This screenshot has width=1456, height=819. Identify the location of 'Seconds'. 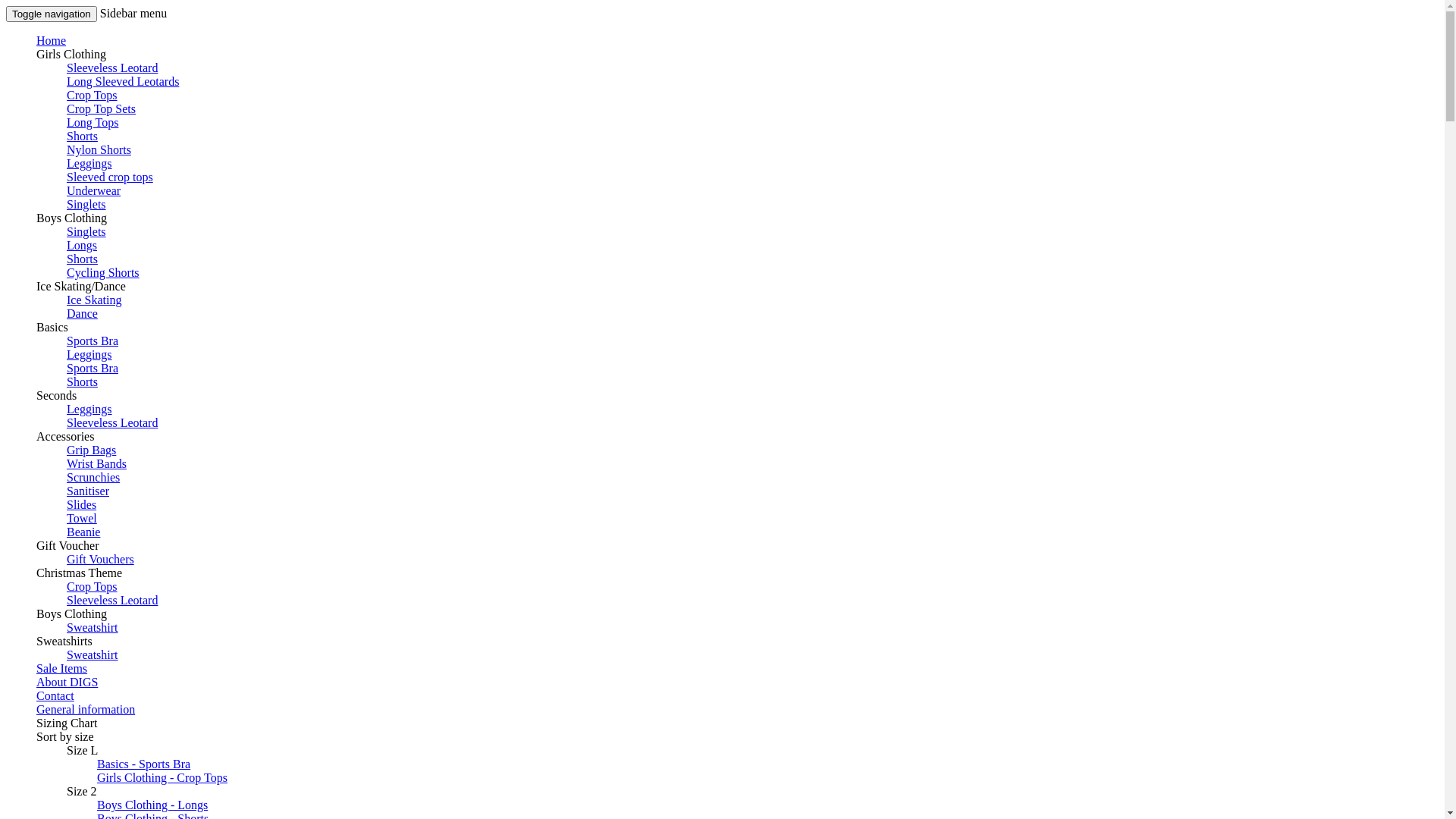
(56, 394).